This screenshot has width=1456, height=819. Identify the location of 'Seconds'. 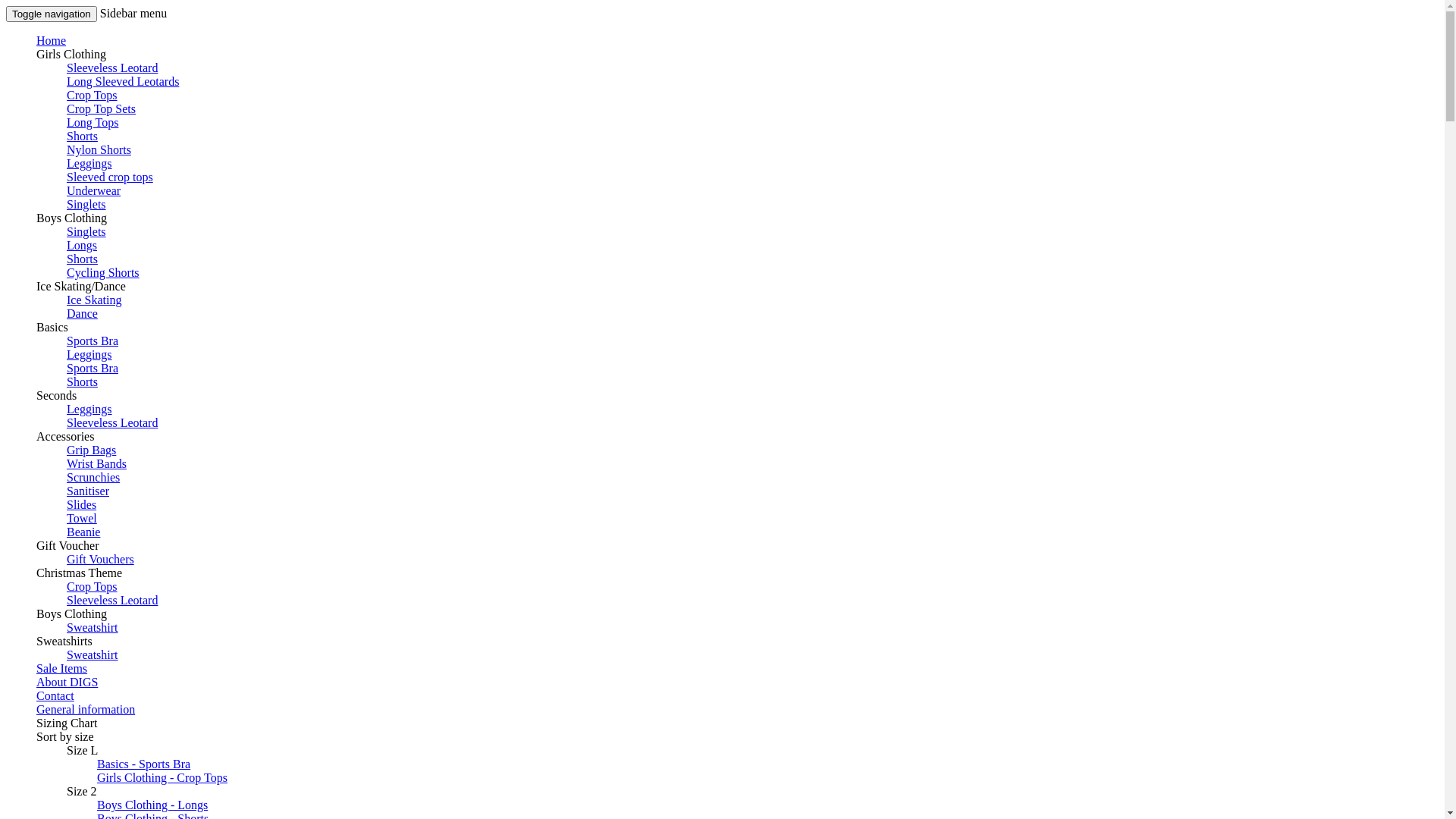
(56, 394).